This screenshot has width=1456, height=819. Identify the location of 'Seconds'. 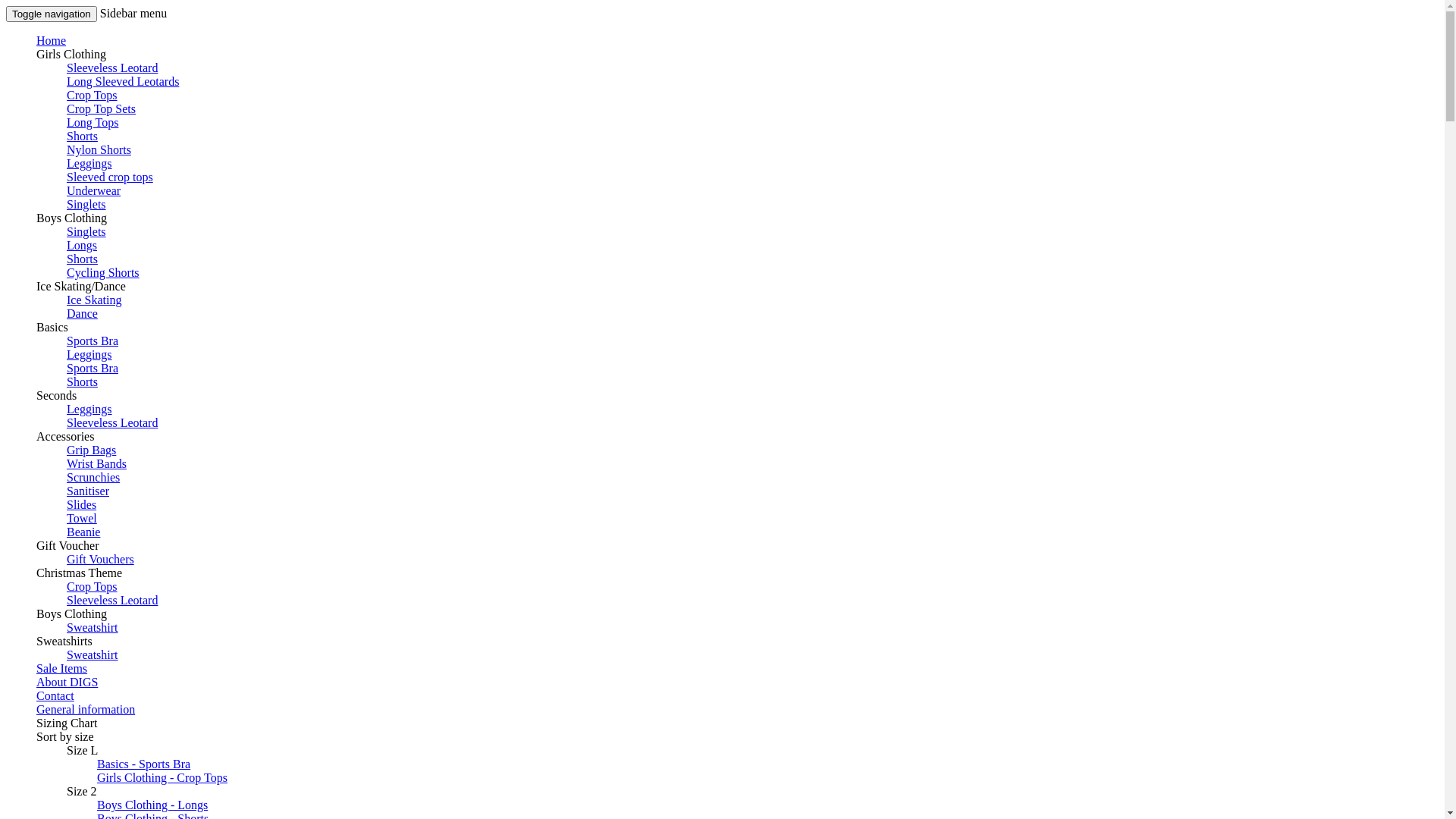
(56, 394).